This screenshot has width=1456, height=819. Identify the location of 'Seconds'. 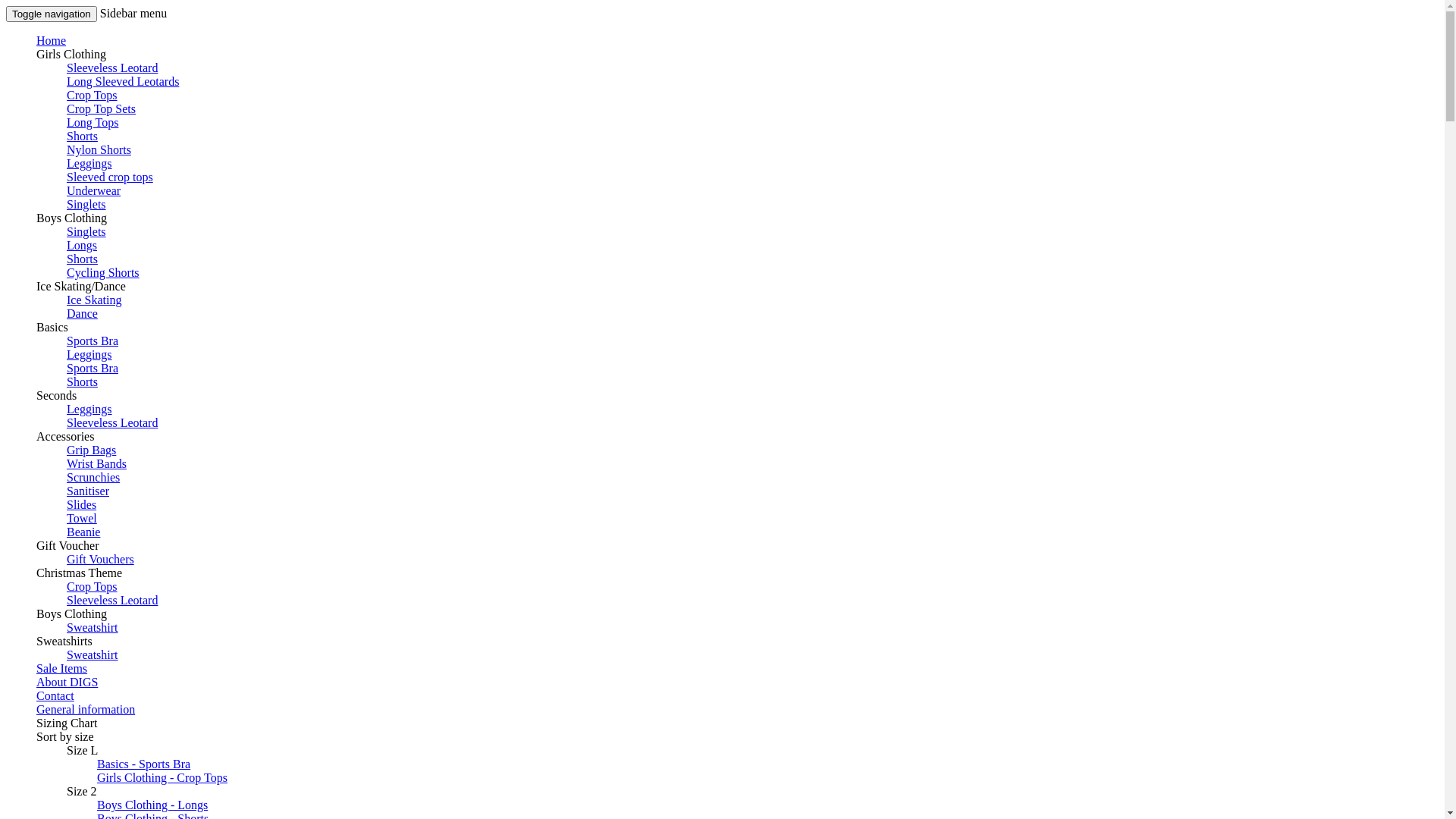
(56, 394).